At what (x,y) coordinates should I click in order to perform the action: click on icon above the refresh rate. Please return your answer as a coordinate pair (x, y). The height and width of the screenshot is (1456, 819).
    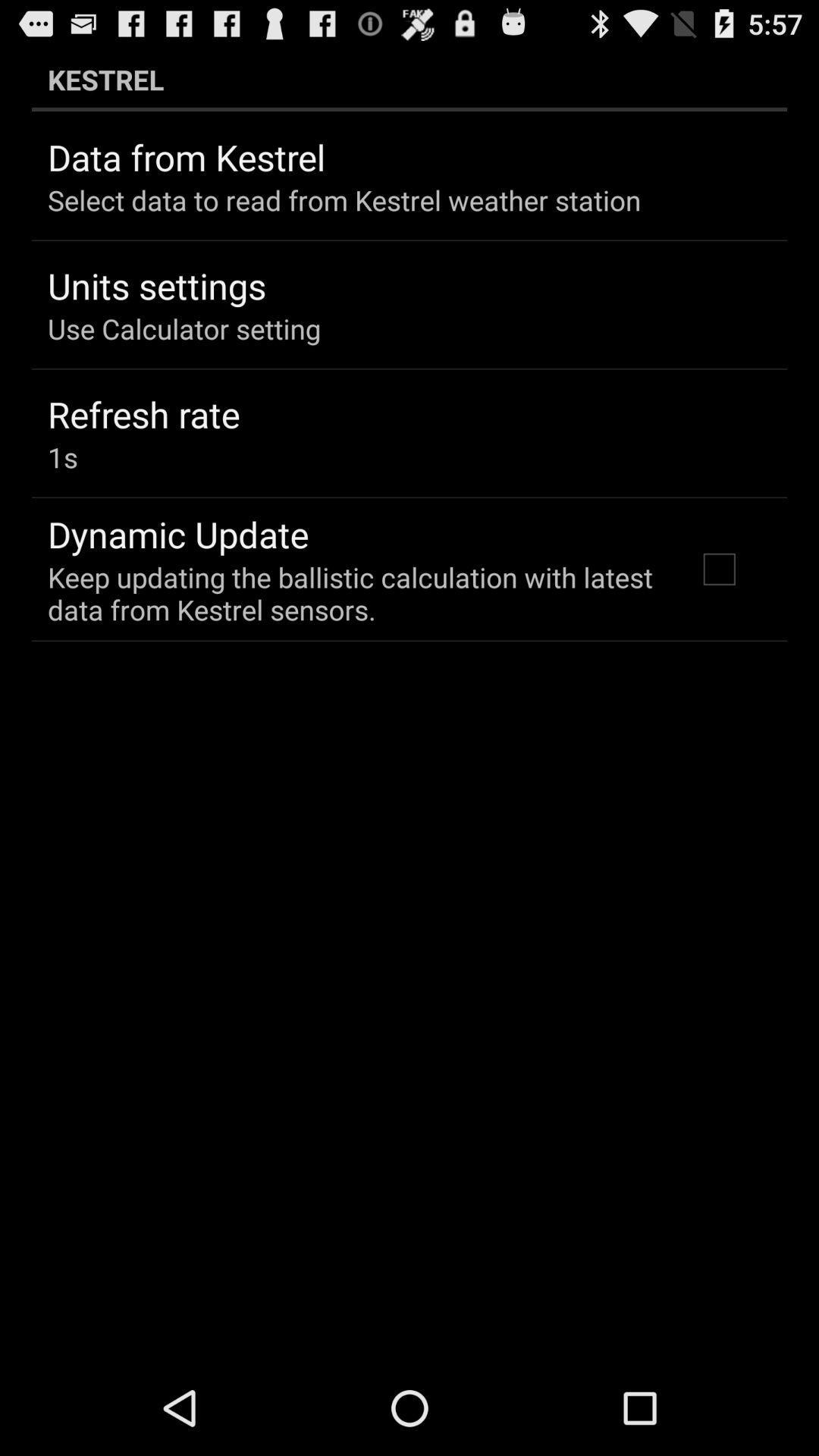
    Looking at the image, I should click on (184, 328).